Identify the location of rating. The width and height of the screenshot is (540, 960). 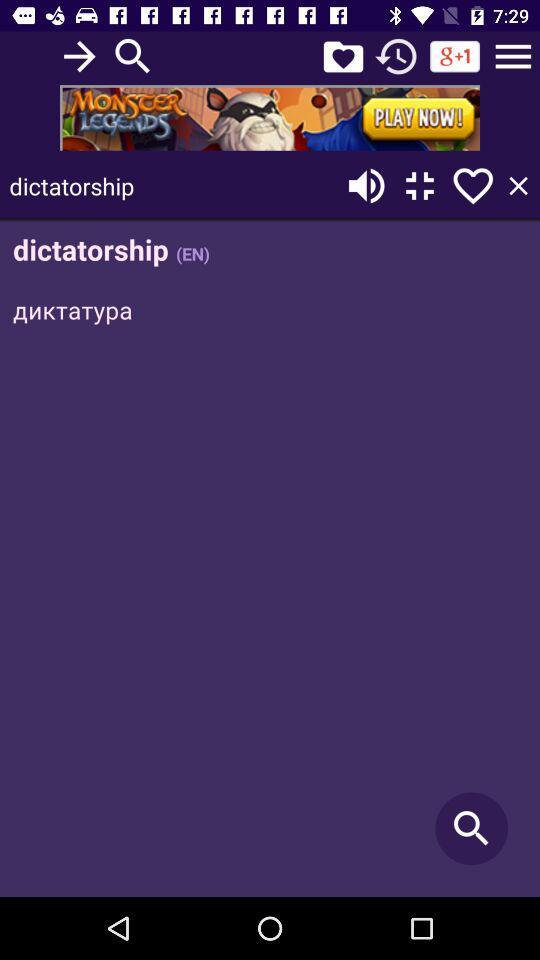
(342, 55).